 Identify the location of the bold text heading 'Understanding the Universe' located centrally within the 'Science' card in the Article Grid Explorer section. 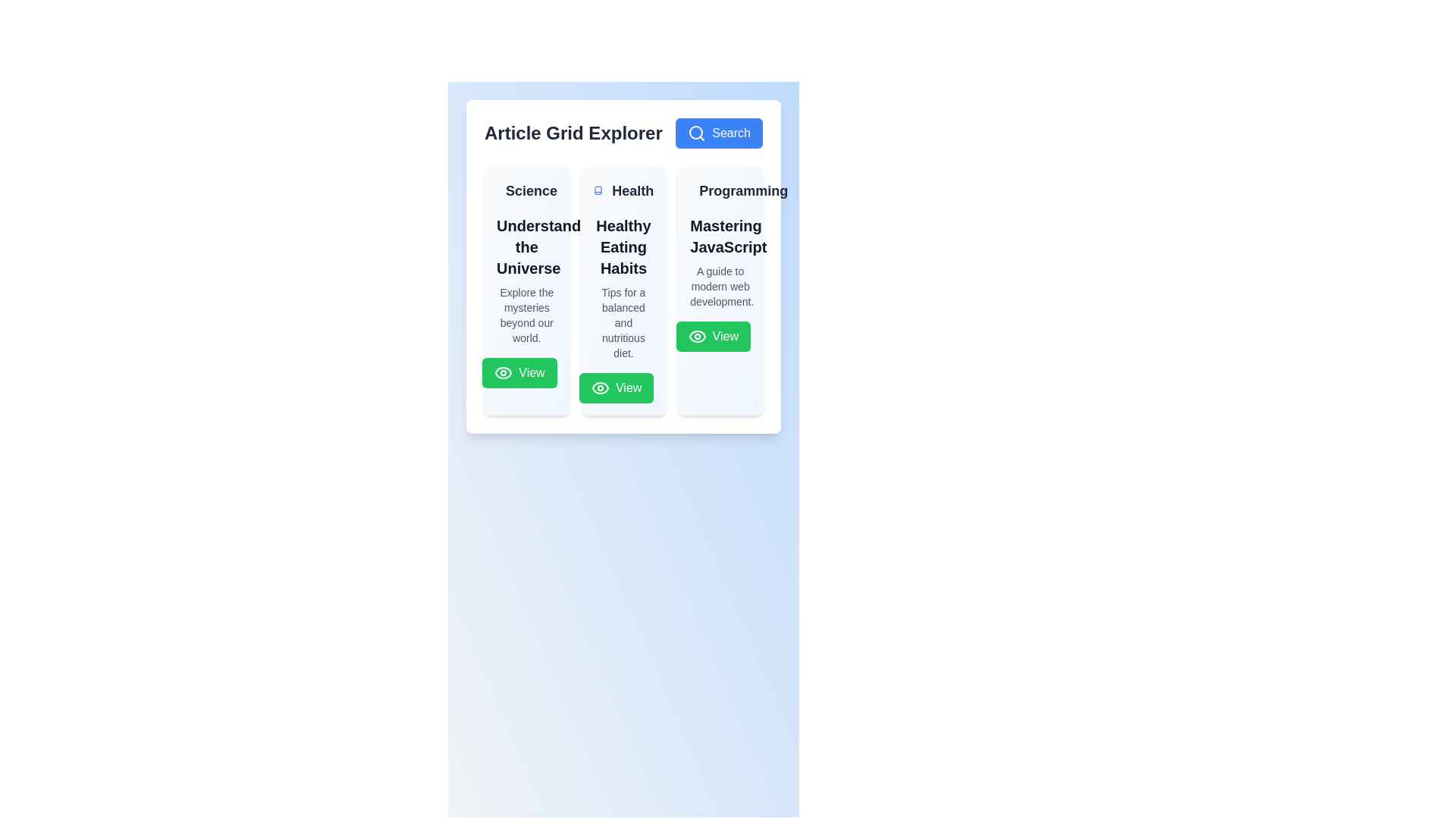
(526, 246).